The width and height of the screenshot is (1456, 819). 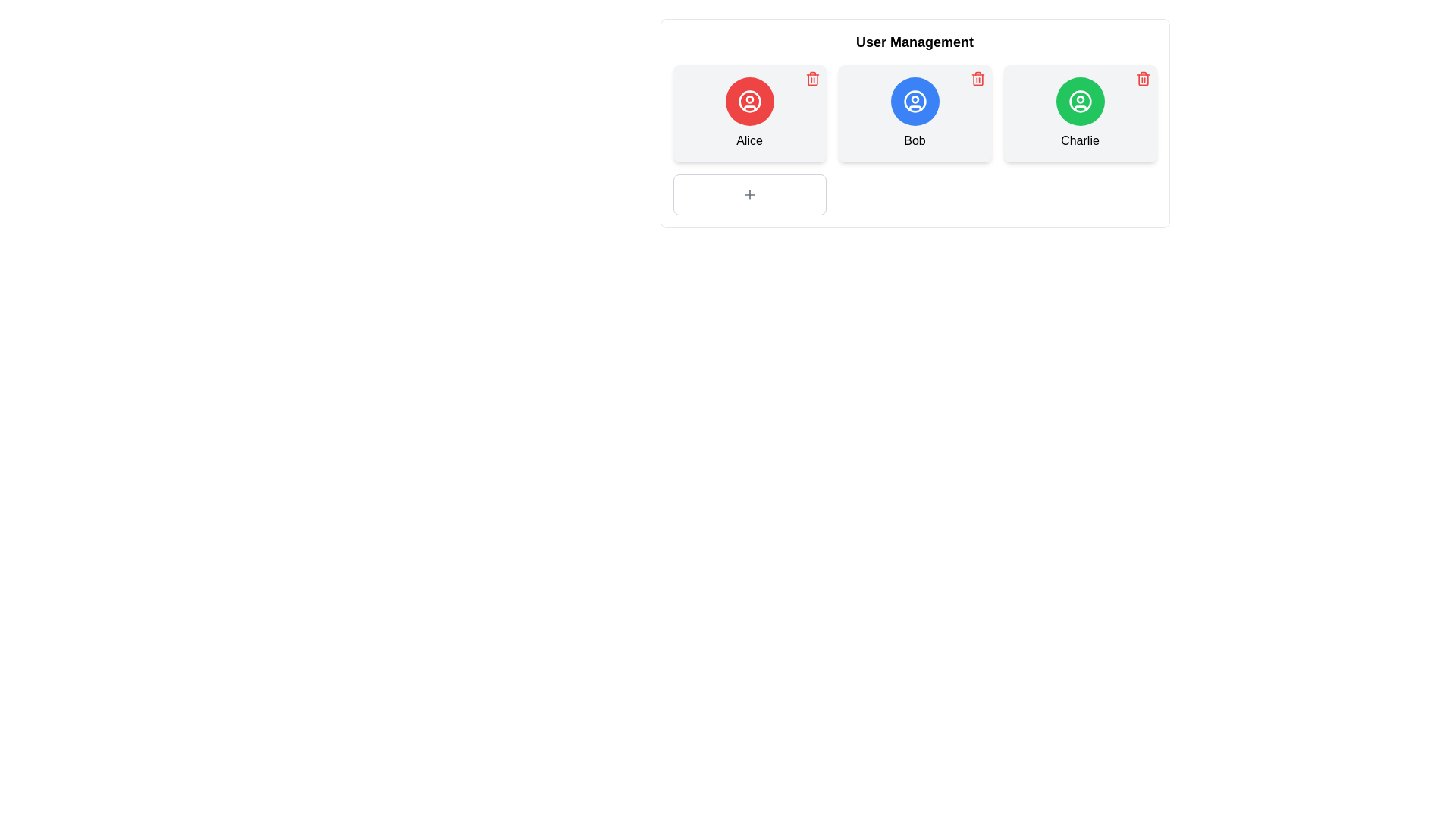 What do you see at coordinates (749, 140) in the screenshot?
I see `text label that identifies the user associated with the first card in the horizontal row of user cards, located centrally below the user icon` at bounding box center [749, 140].